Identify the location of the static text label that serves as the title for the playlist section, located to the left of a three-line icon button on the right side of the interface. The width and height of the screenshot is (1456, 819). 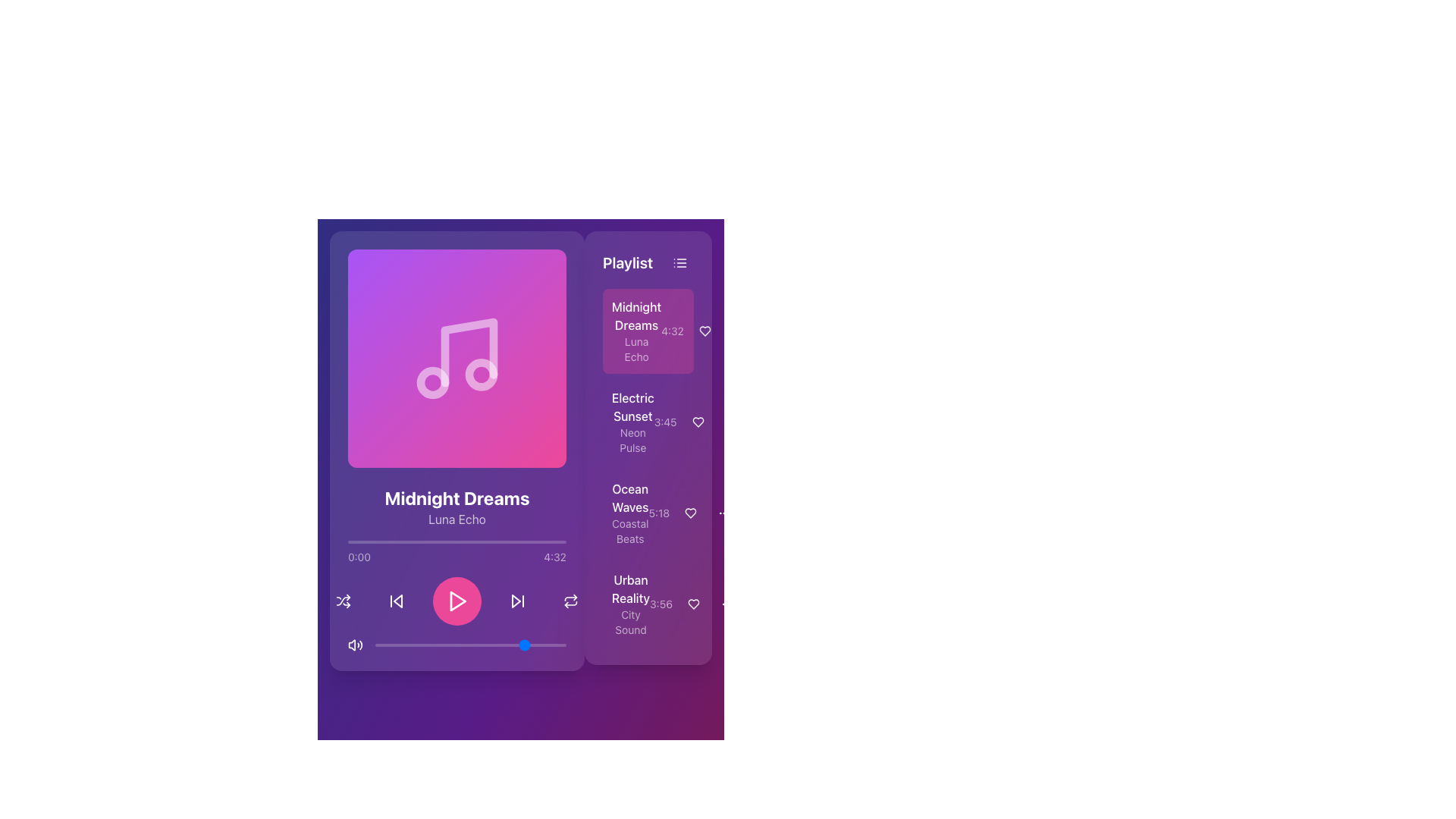
(628, 262).